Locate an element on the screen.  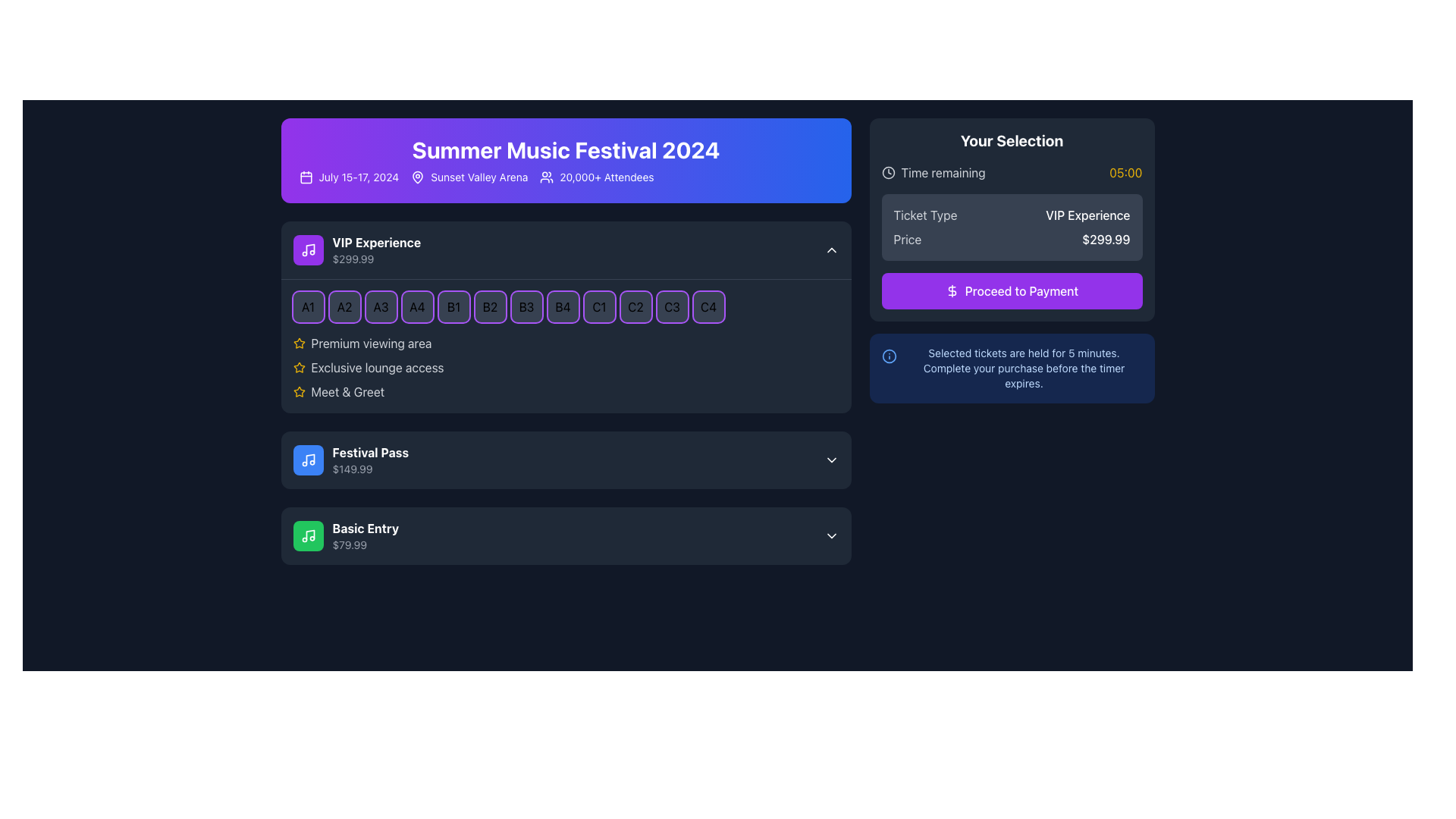
to select the 'VIP Experience' ticket option, which is represented by a purple square icon with a musical note and the text '$299.99'. This element is the first item in the ticket options list for the 'Summer Music Festival 2024' is located at coordinates (356, 249).